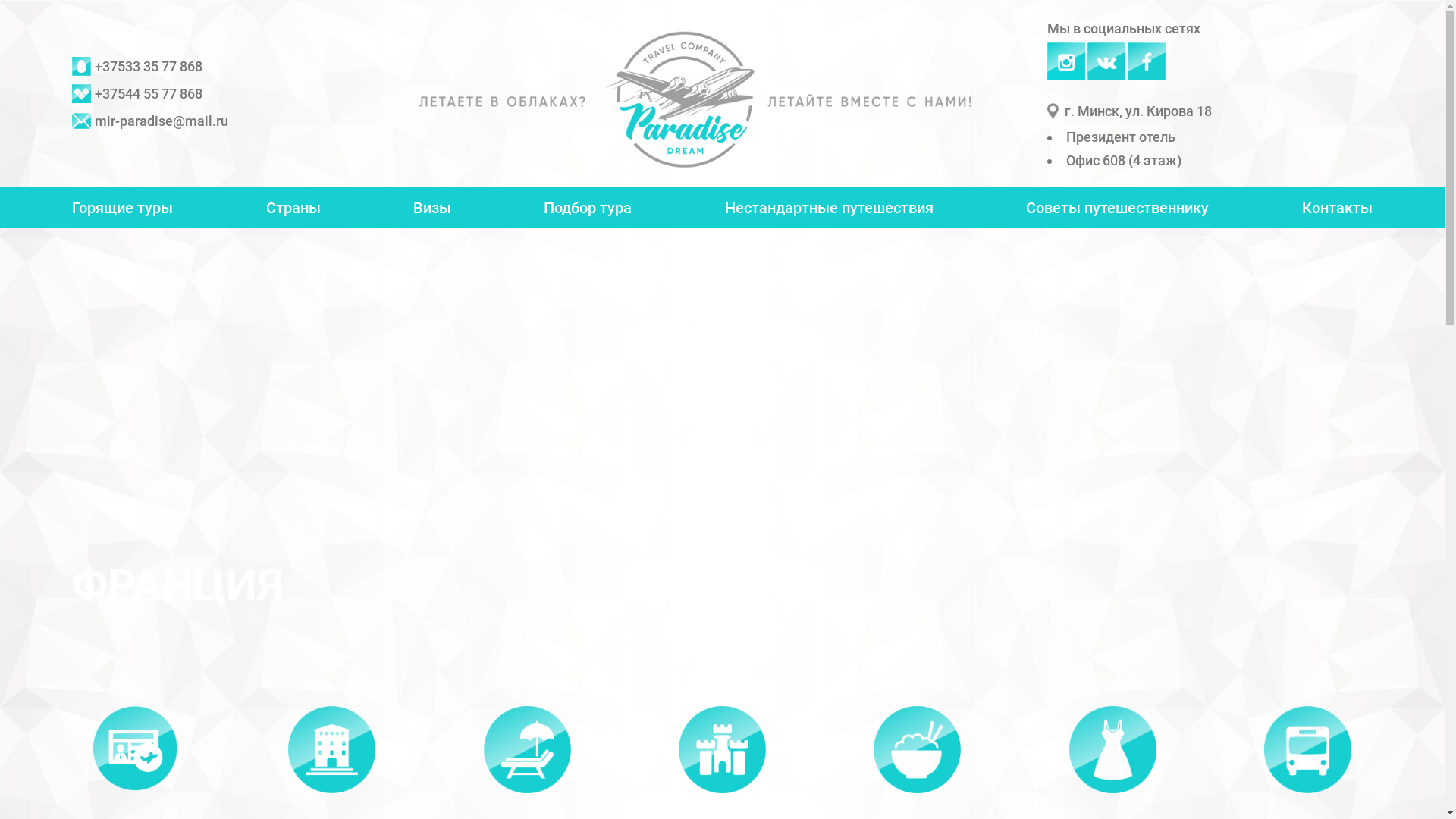  What do you see at coordinates (137, 66) in the screenshot?
I see `'+37533 35 77 868'` at bounding box center [137, 66].